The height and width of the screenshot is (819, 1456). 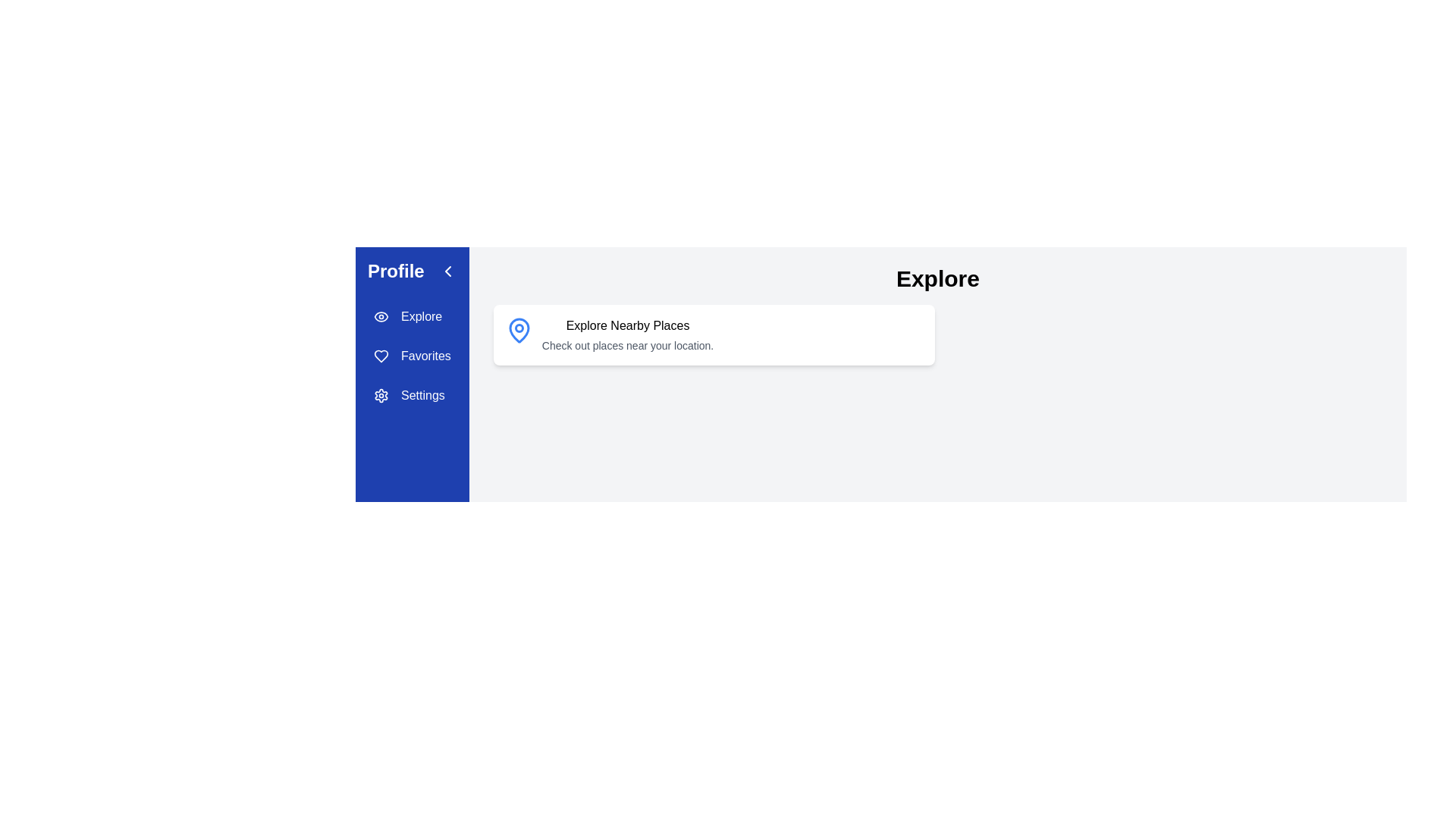 What do you see at coordinates (628, 345) in the screenshot?
I see `the static text that reads 'Check out places near your location.', which is styled in a smaller font size and light gray color, located beneath the 'Explore Nearby Places' heading` at bounding box center [628, 345].